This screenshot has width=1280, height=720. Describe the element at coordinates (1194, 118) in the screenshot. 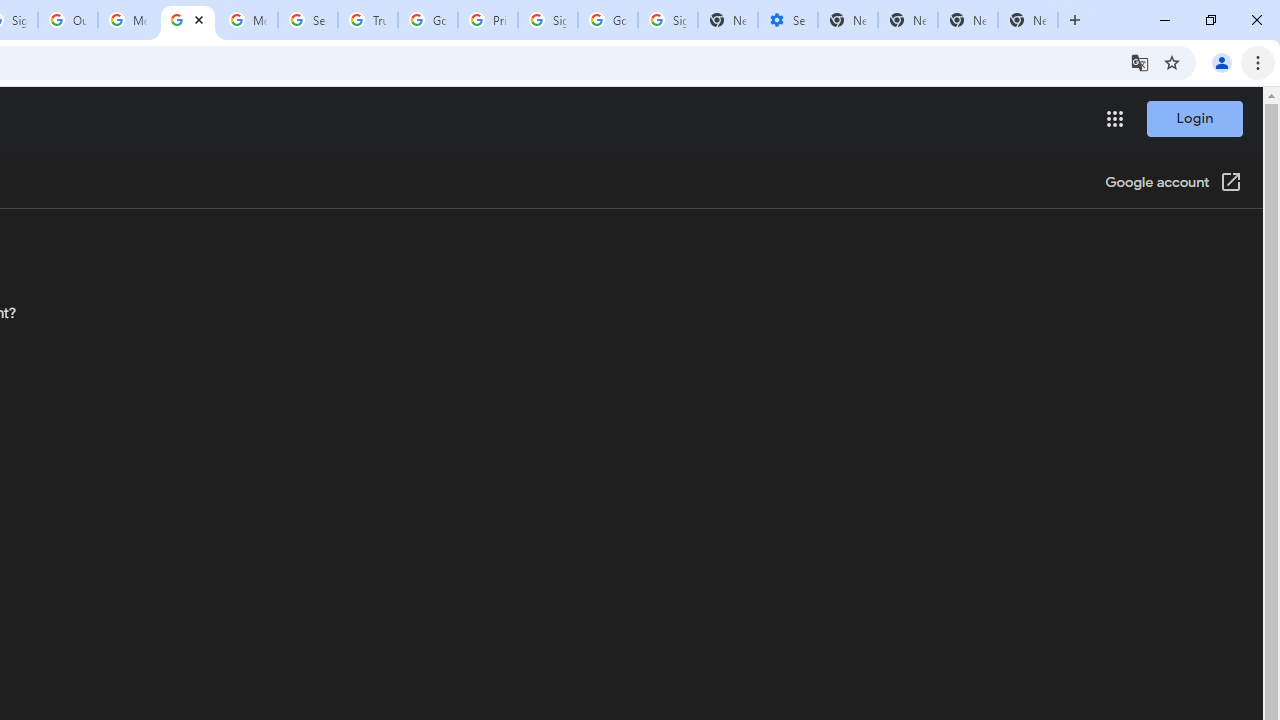

I see `'Login'` at that location.